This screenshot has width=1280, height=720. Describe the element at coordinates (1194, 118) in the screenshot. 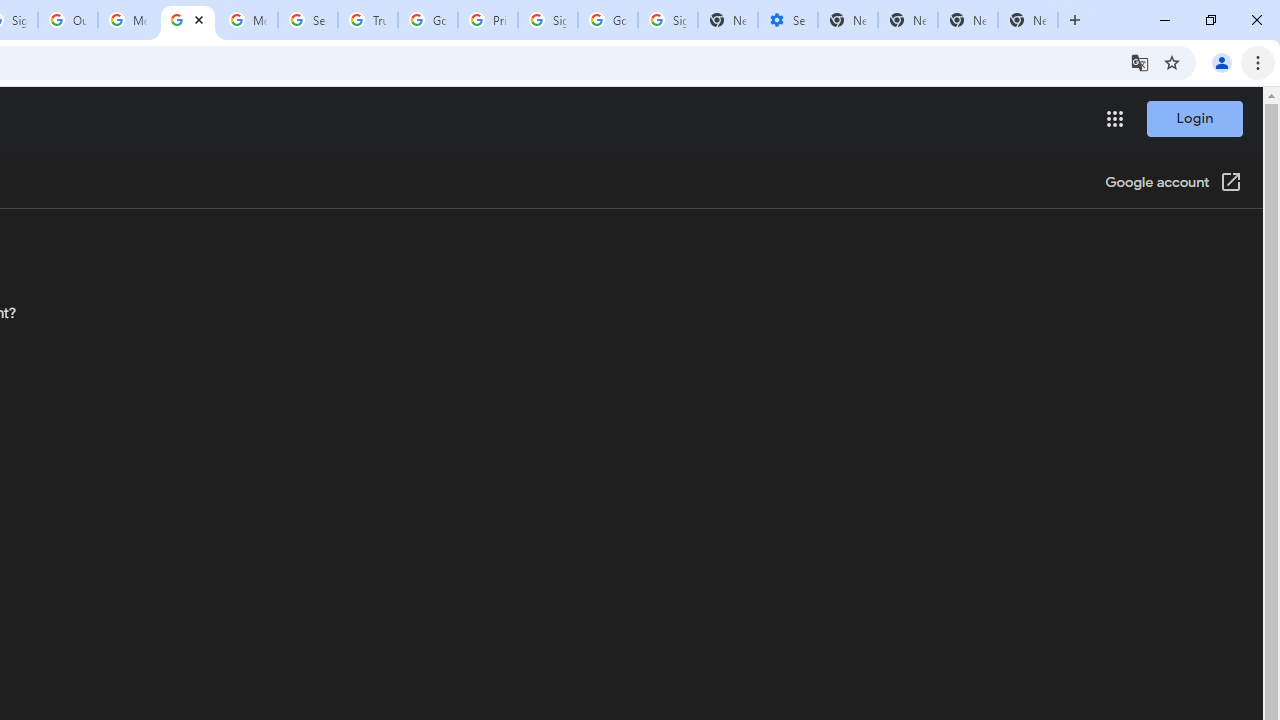

I see `'Login'` at that location.